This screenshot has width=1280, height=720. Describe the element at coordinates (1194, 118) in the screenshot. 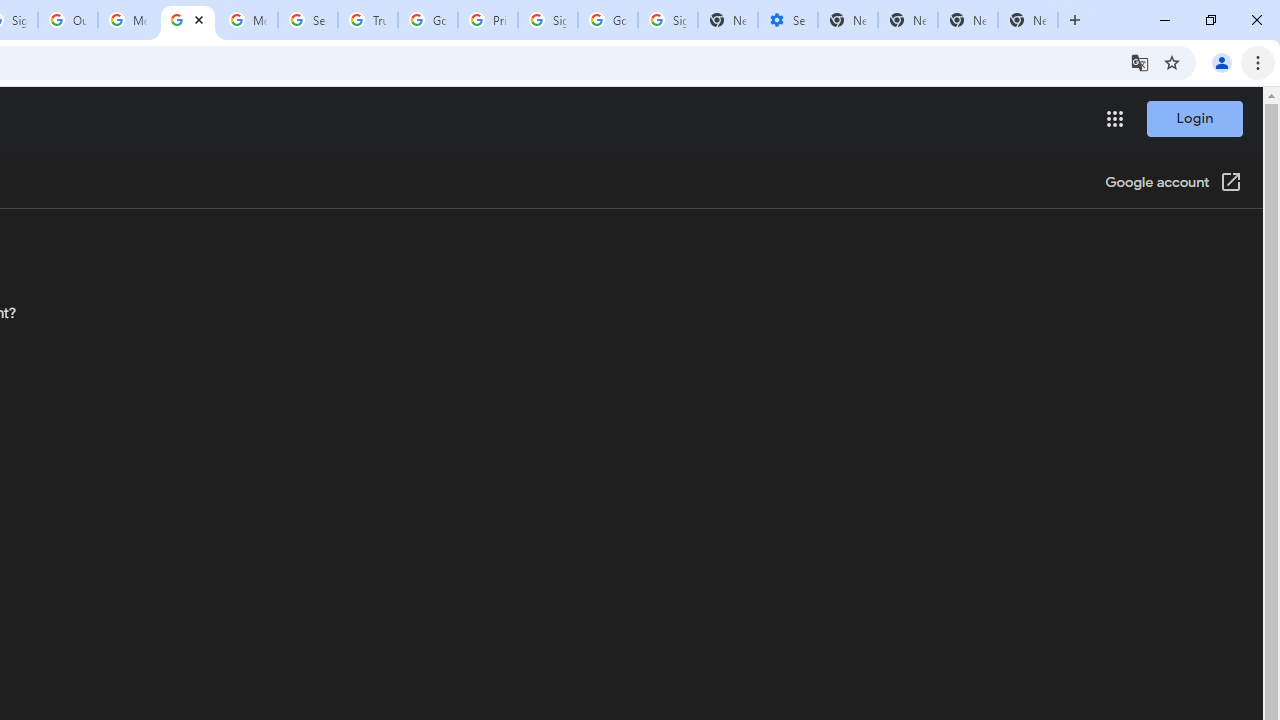

I see `'Login'` at that location.